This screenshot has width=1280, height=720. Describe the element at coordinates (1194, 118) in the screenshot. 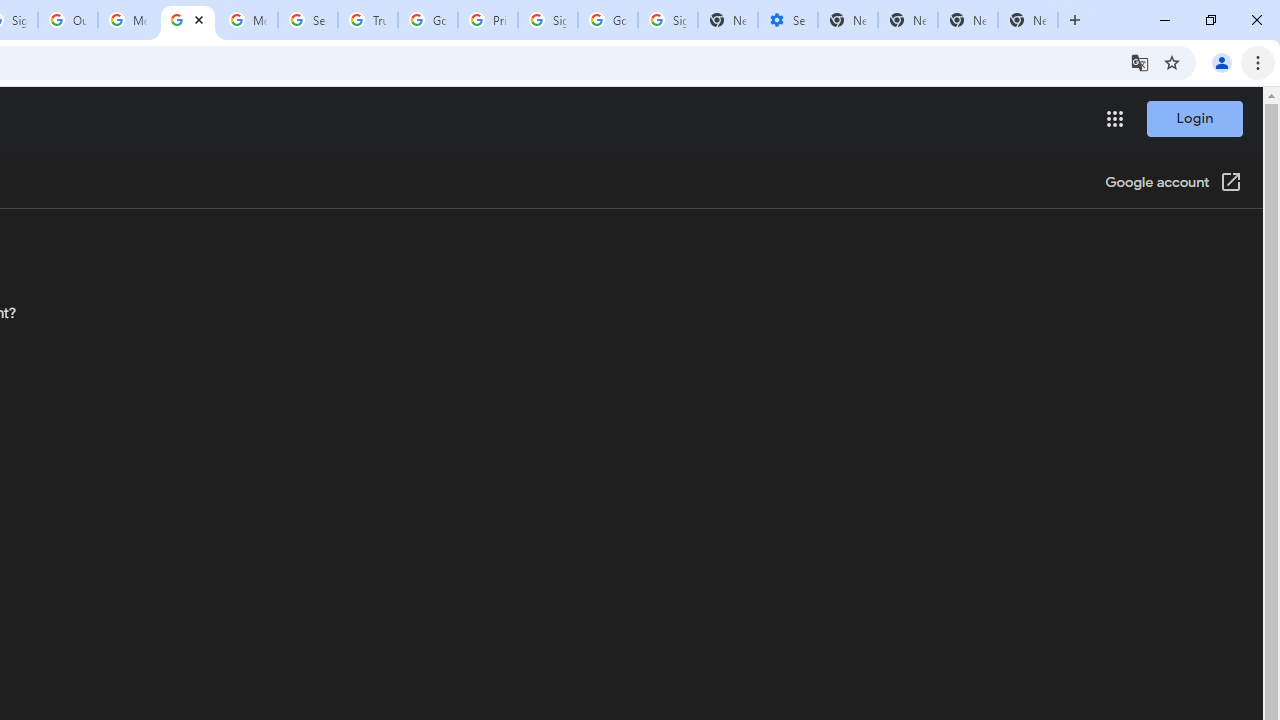

I see `'Login'` at that location.